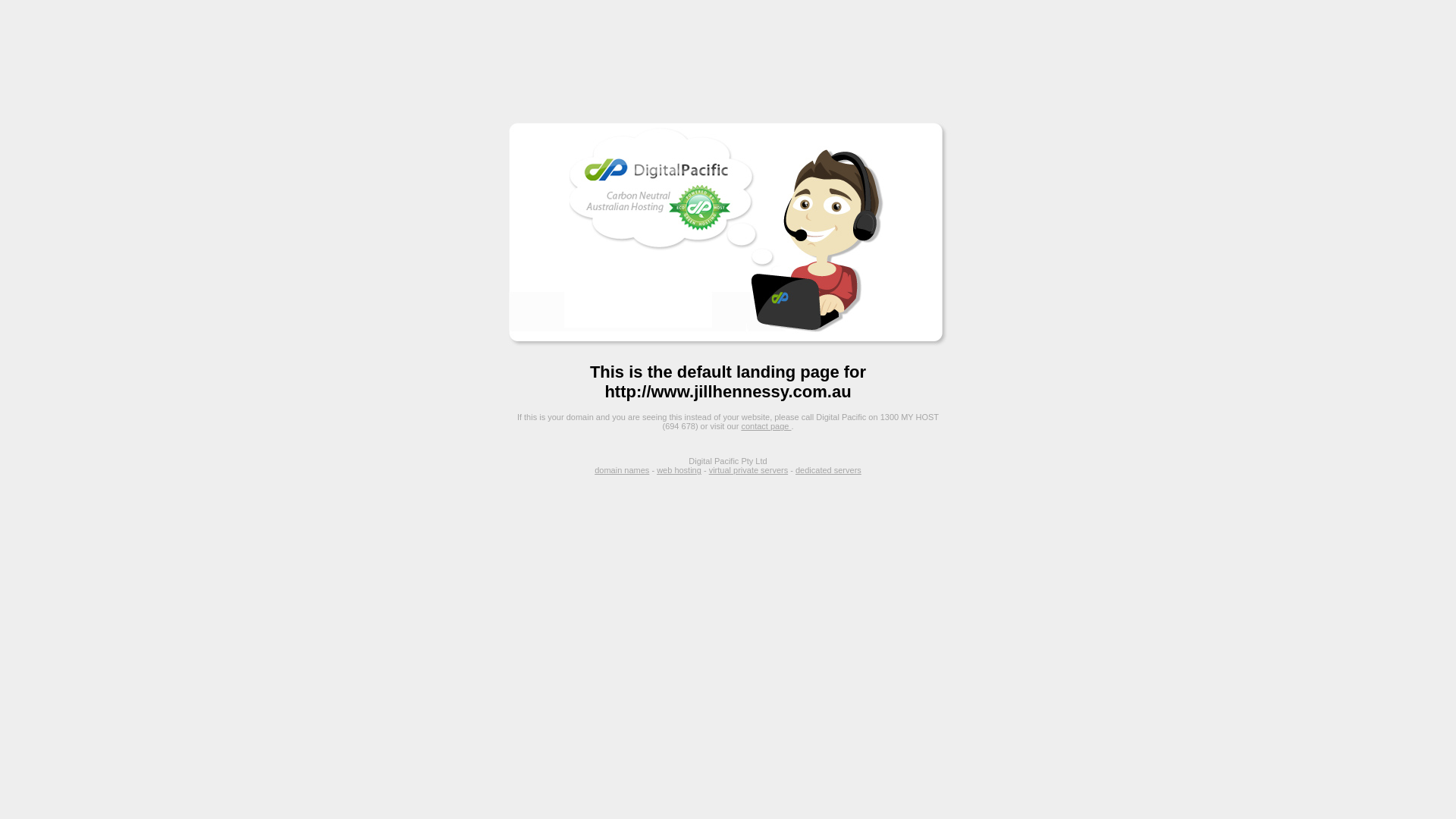  Describe the element at coordinates (795, 469) in the screenshot. I see `'dedicated servers'` at that location.